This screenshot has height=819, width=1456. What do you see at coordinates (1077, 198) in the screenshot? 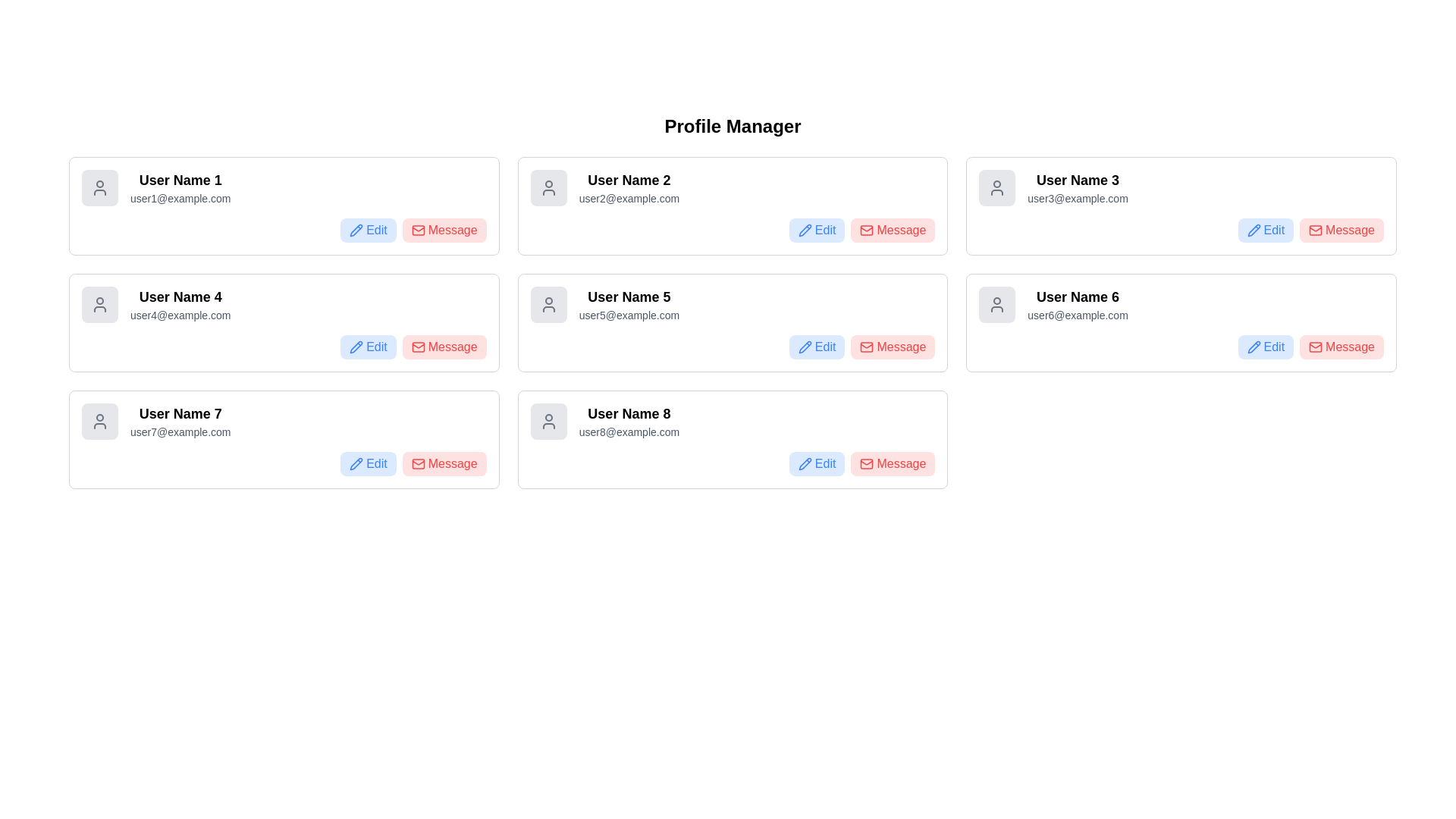
I see `the static text label displaying the email address 'user3@example.com', which is located below the name label 'User Name 3' in the top-right card of a 3x3 grid layout` at bounding box center [1077, 198].